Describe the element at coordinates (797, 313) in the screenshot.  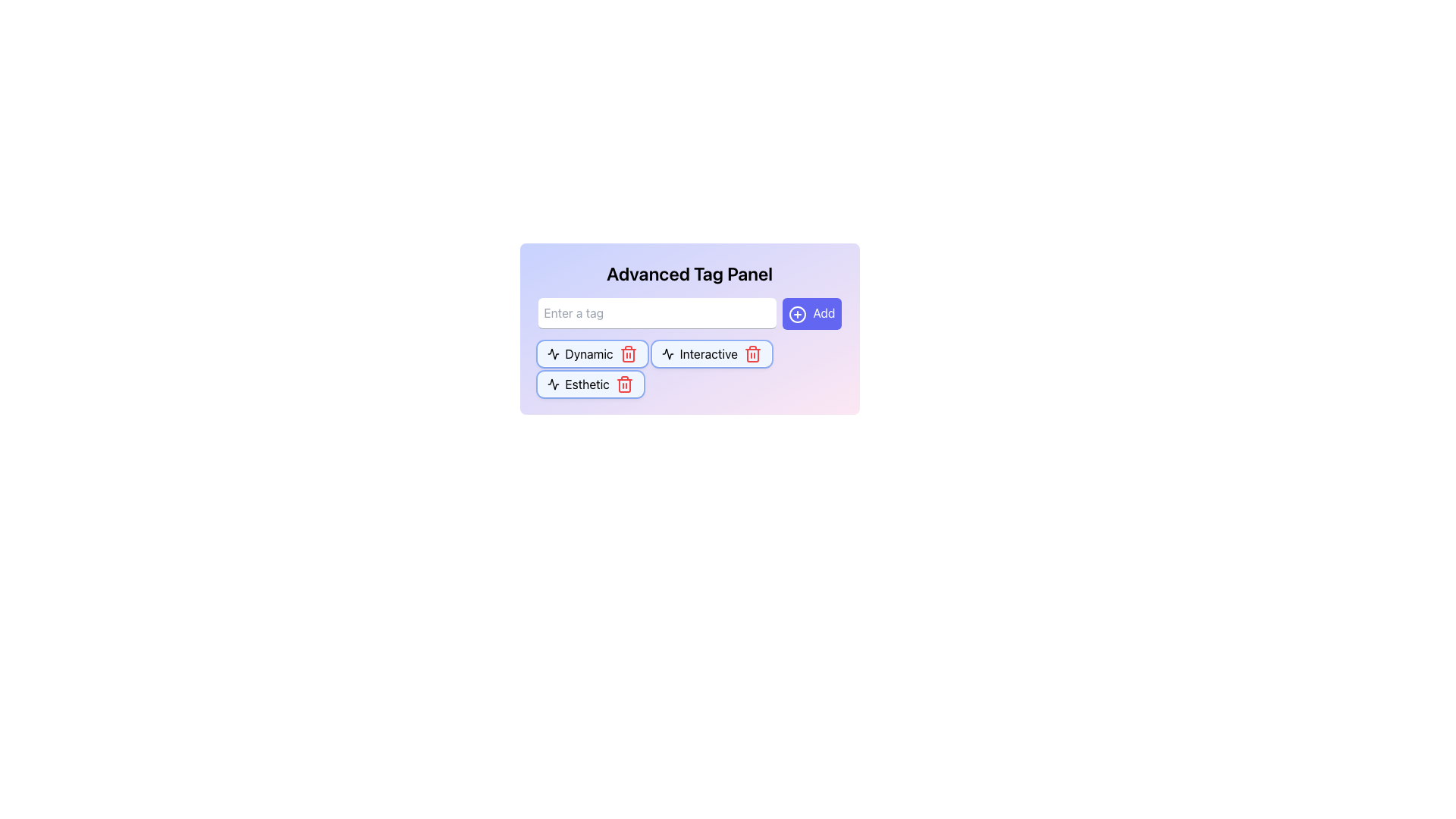
I see `the Circle SVG component that is part of the 'Add' button iconography, located to the right of the tag input field` at that location.